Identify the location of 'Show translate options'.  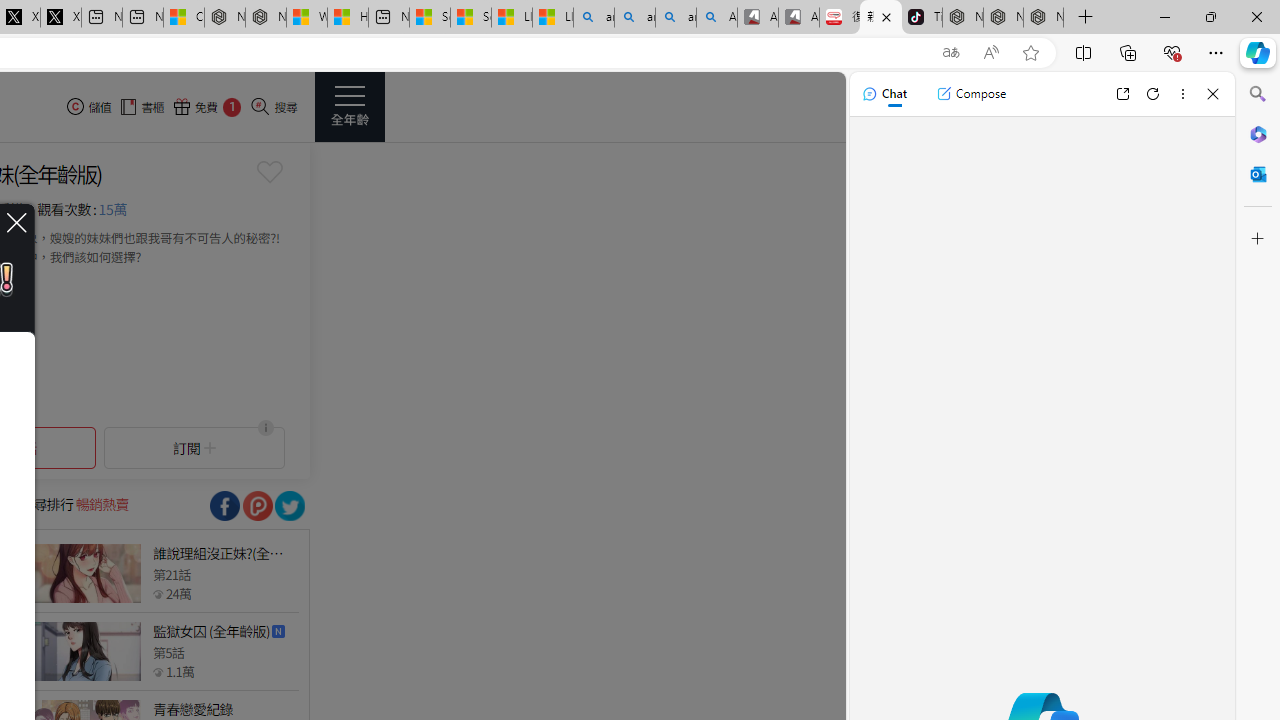
(950, 52).